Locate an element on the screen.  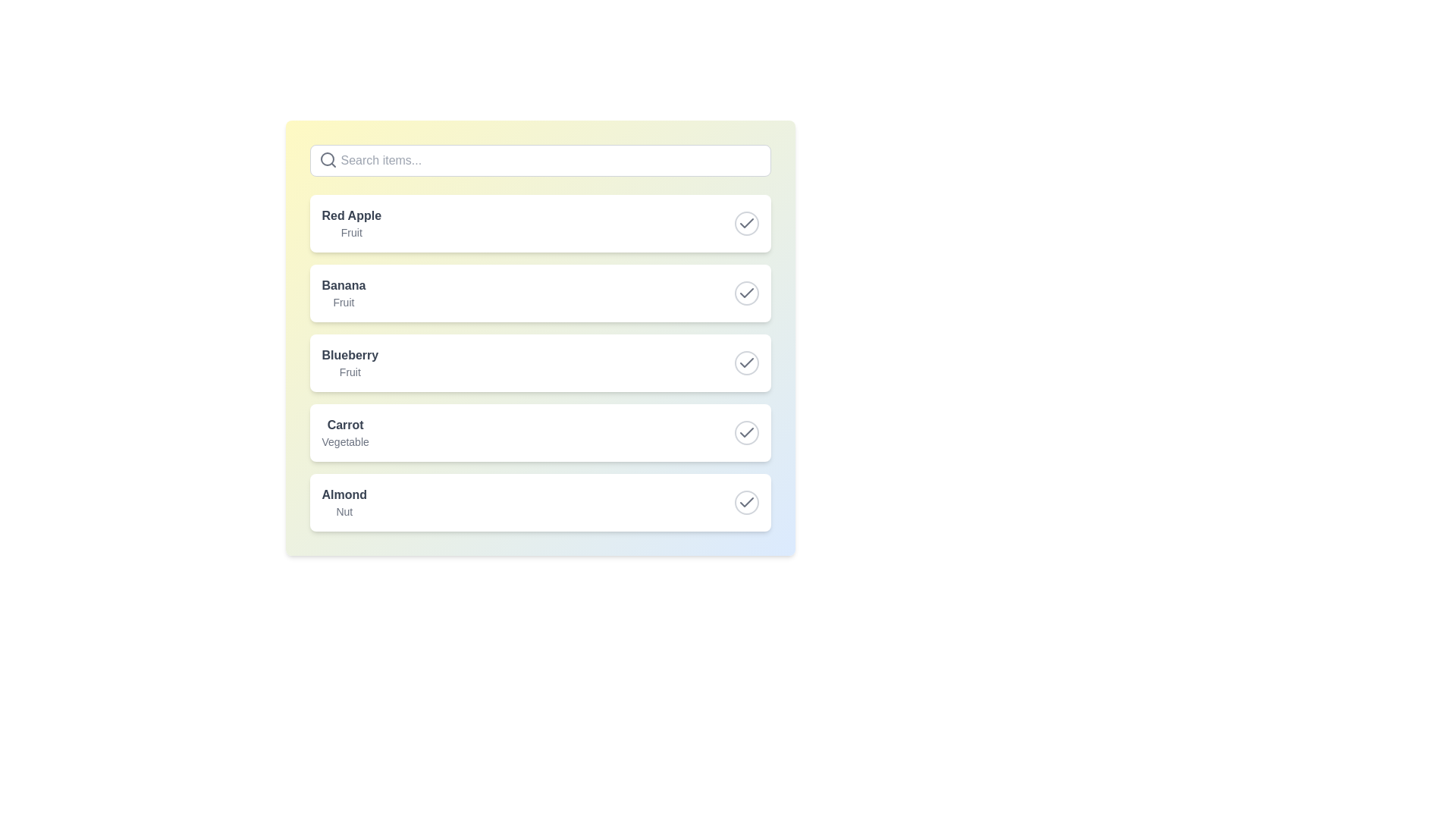
the search icon located at the far left inside the text input field adjacent to the placeholder text 'Search items...' is located at coordinates (327, 160).